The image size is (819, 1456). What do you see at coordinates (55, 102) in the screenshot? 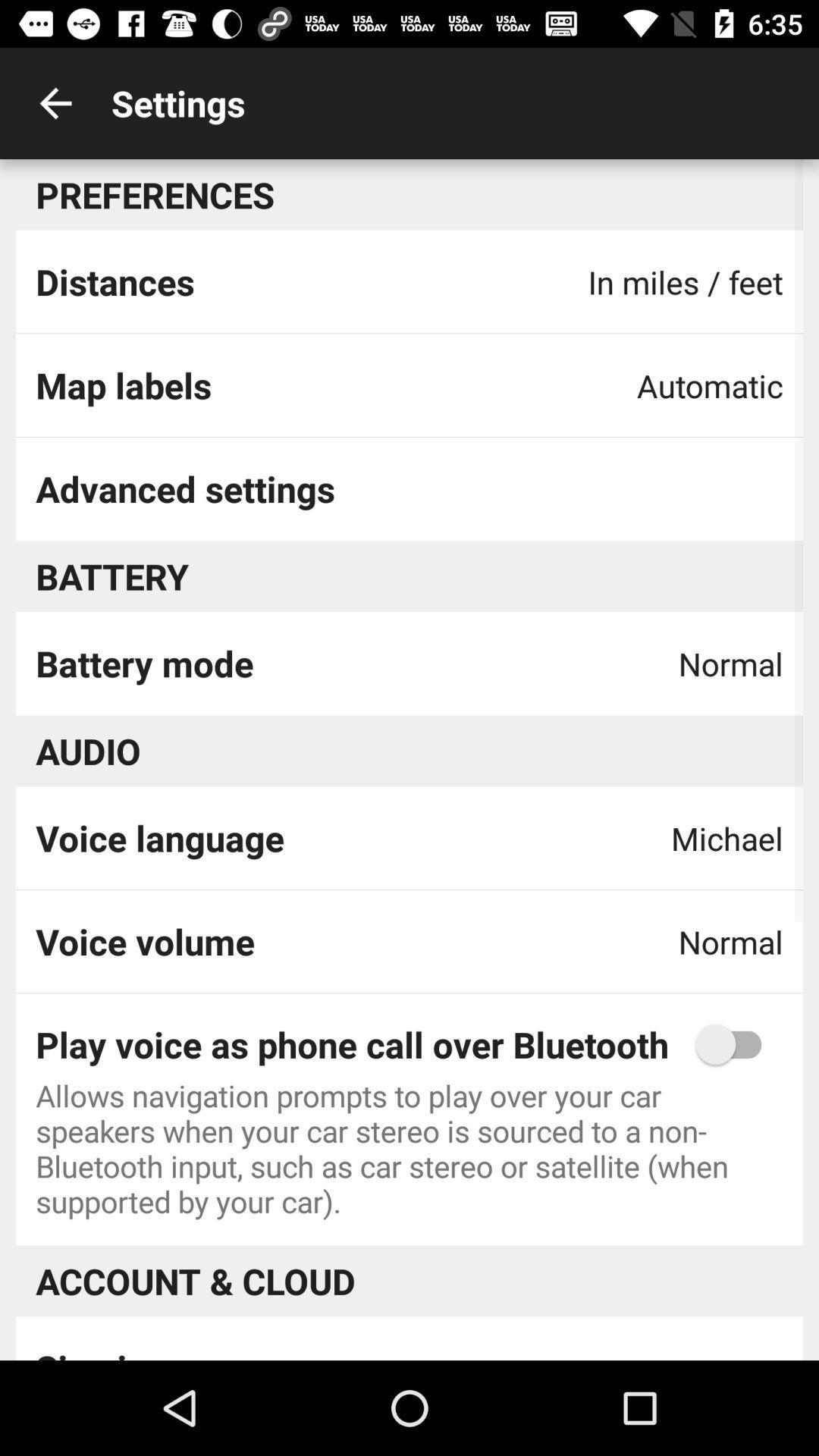
I see `the item to the left of settings icon` at bounding box center [55, 102].